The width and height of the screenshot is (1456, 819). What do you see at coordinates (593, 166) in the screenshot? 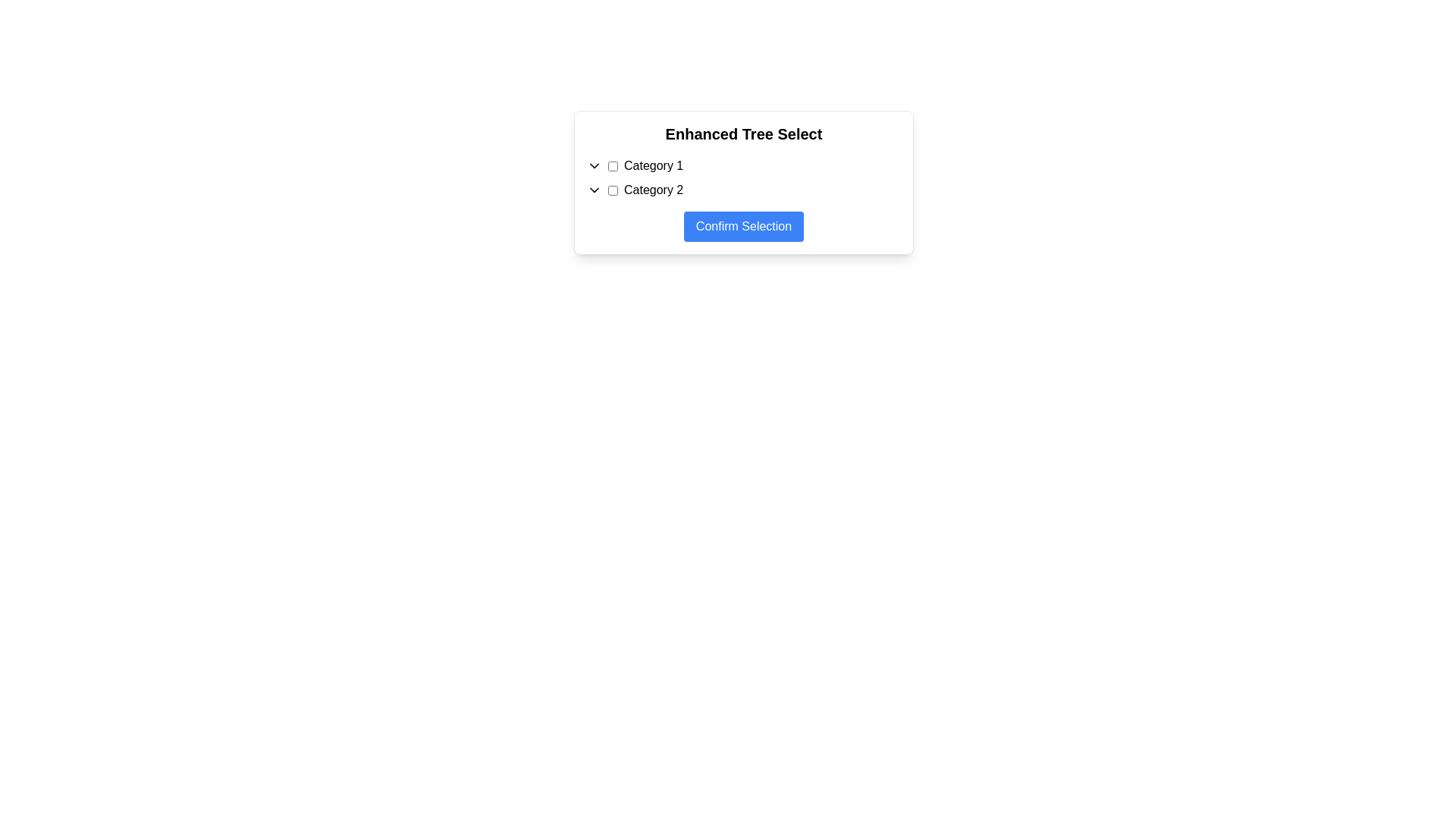
I see `the downward-pointing chevron icon located to the left of the text 'Category 1'` at bounding box center [593, 166].